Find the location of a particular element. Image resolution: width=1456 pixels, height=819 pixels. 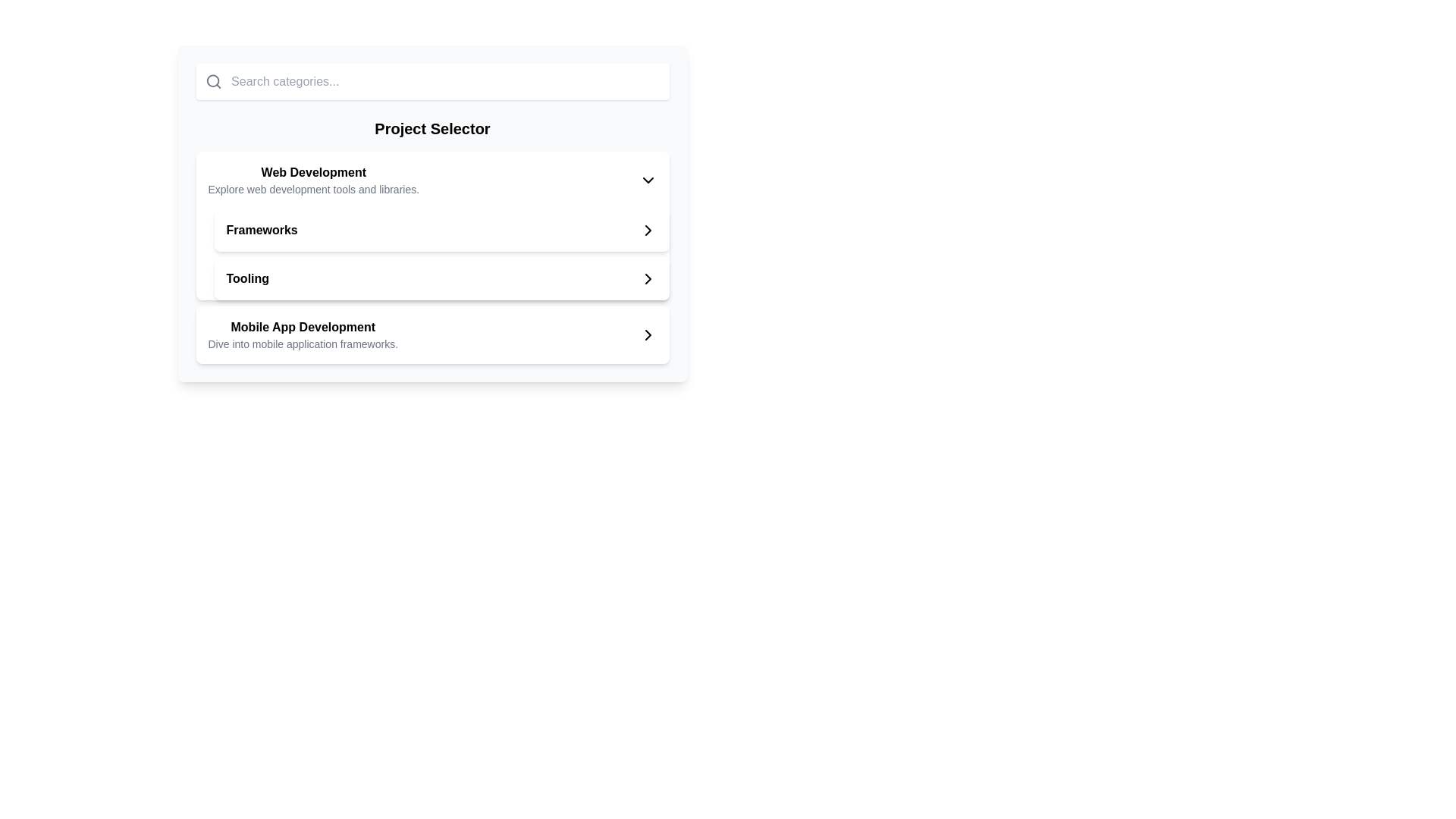

the 'Tooling' text label located is located at coordinates (247, 278).